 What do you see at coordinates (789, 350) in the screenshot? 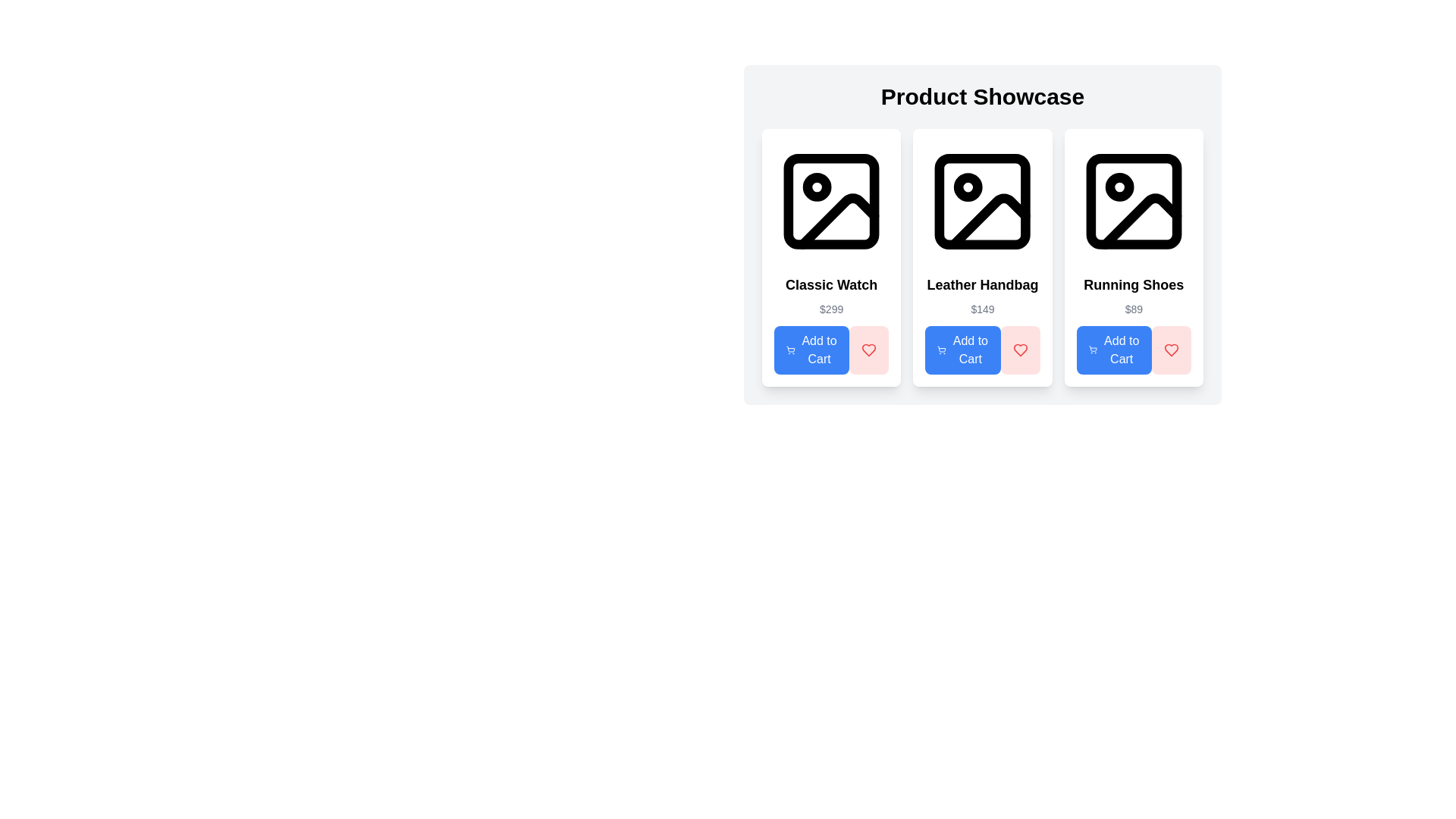
I see `the 'Add to Cart' icon located to the left of the 'Add to Cart' text for the 'Classic Watch' product` at bounding box center [789, 350].